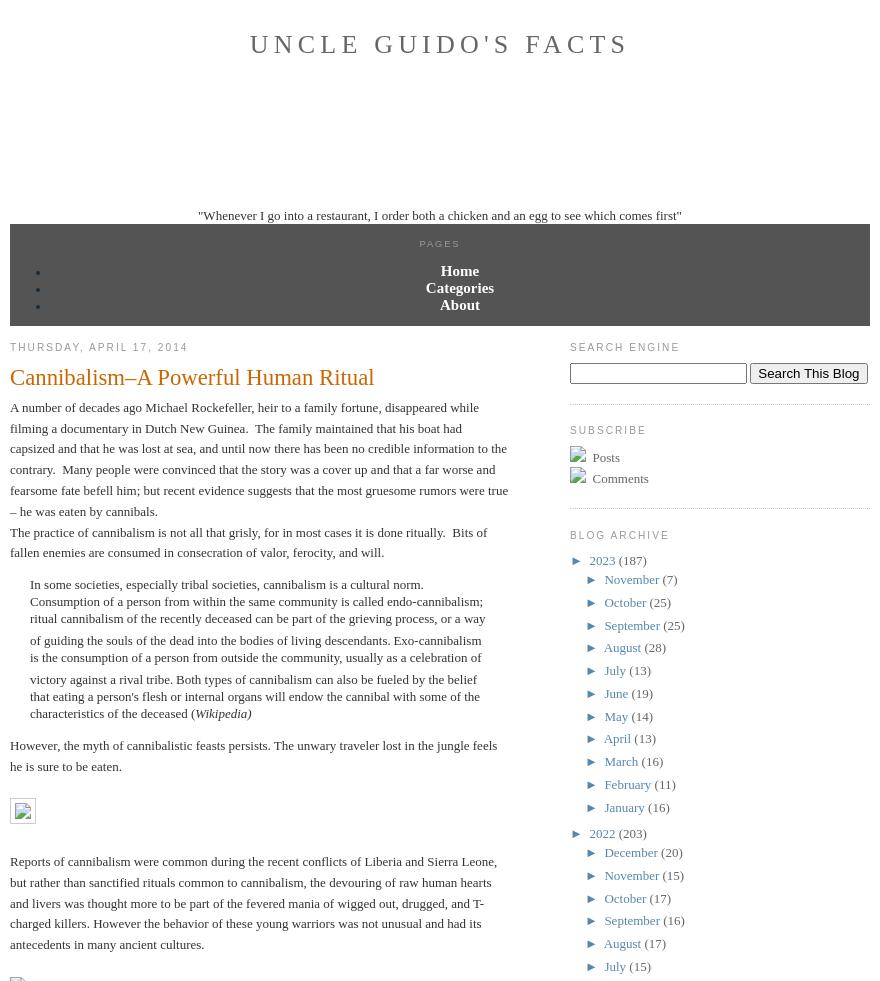 The image size is (880, 981). Describe the element at coordinates (641, 692) in the screenshot. I see `'(19)'` at that location.